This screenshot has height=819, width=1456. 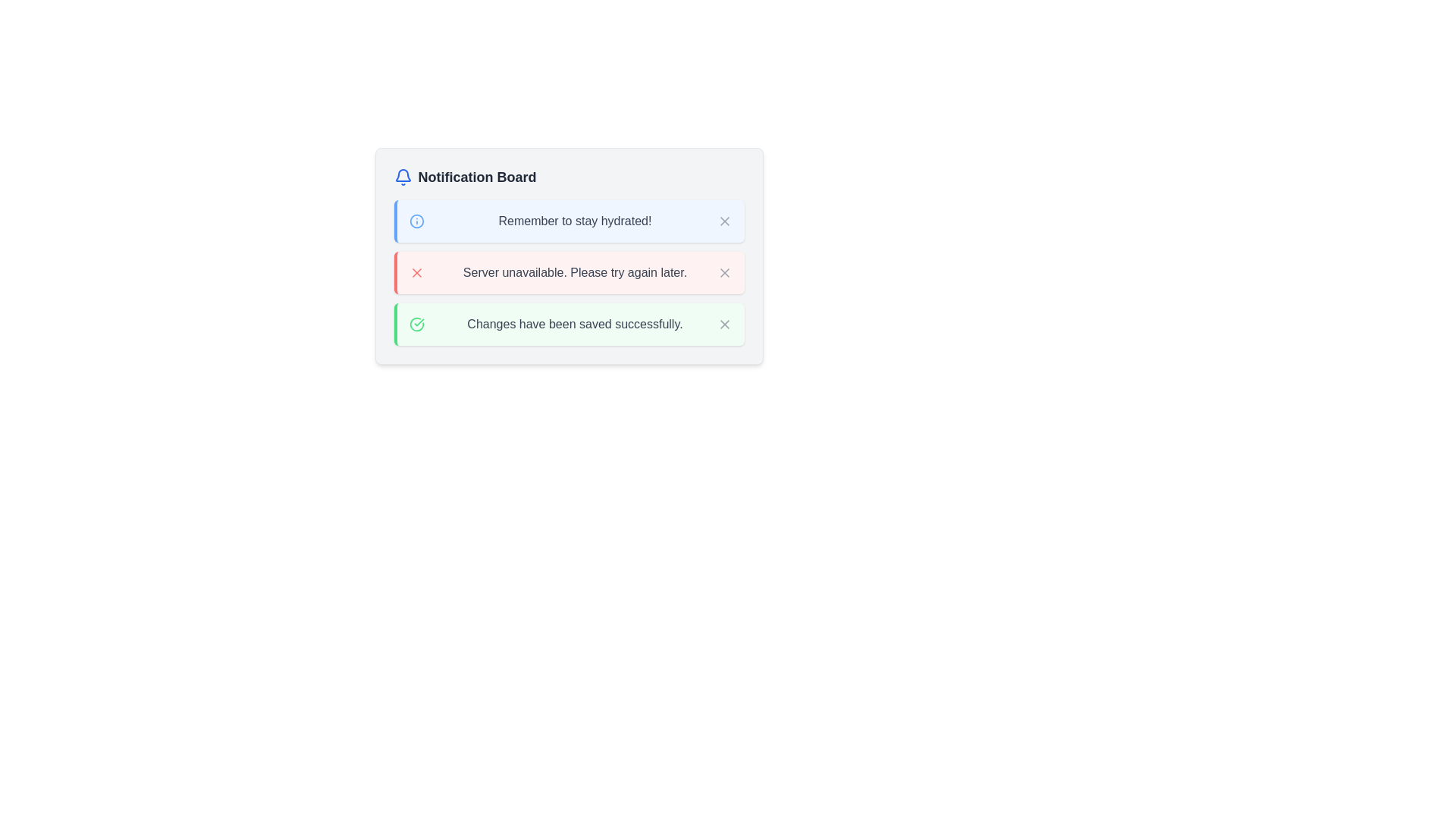 I want to click on the blue notification bell icon located at the top-left corner of the notification board, so click(x=403, y=177).